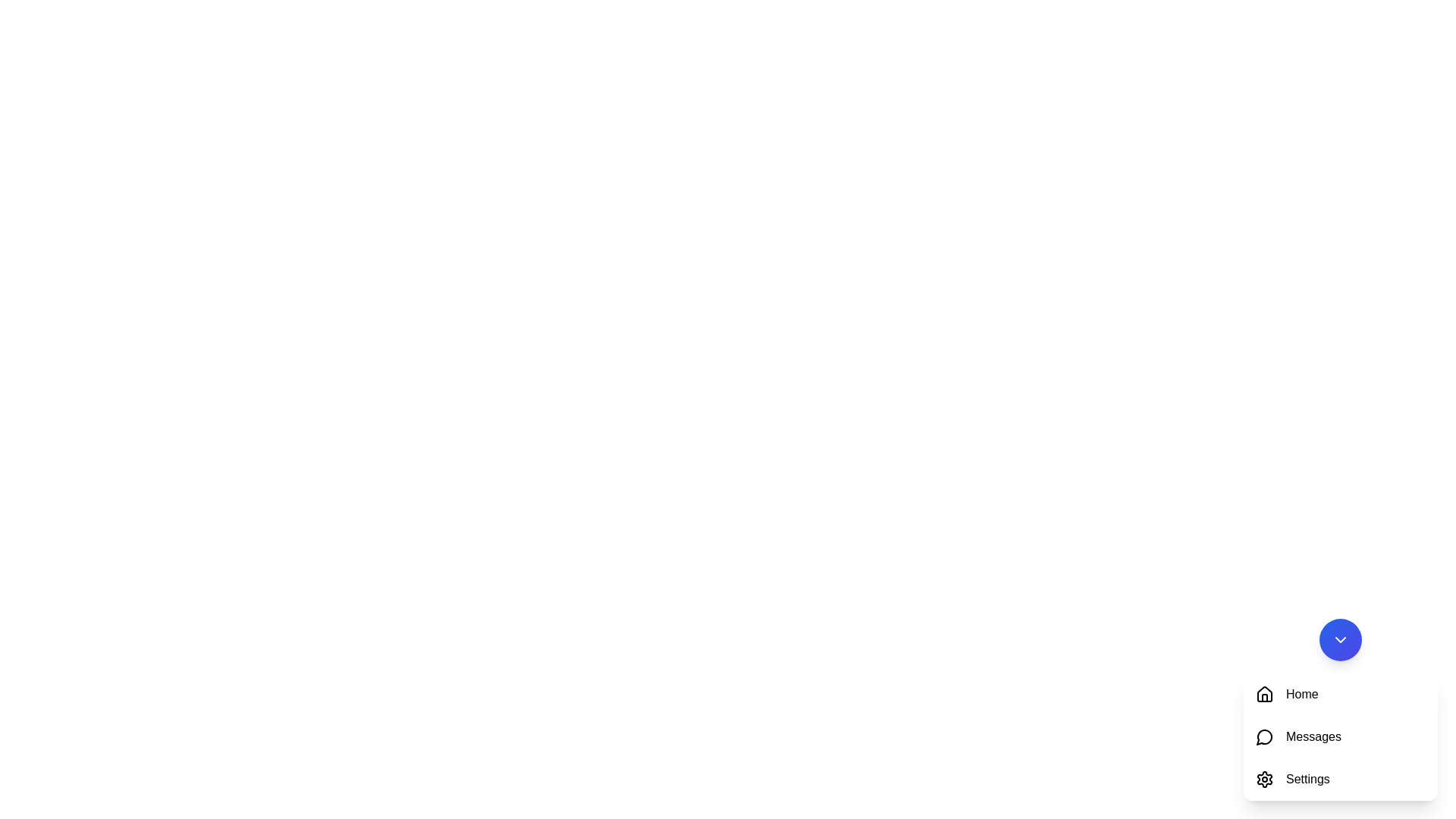 This screenshot has width=1456, height=819. What do you see at coordinates (1340, 736) in the screenshot?
I see `the second item in the navigation menu` at bounding box center [1340, 736].